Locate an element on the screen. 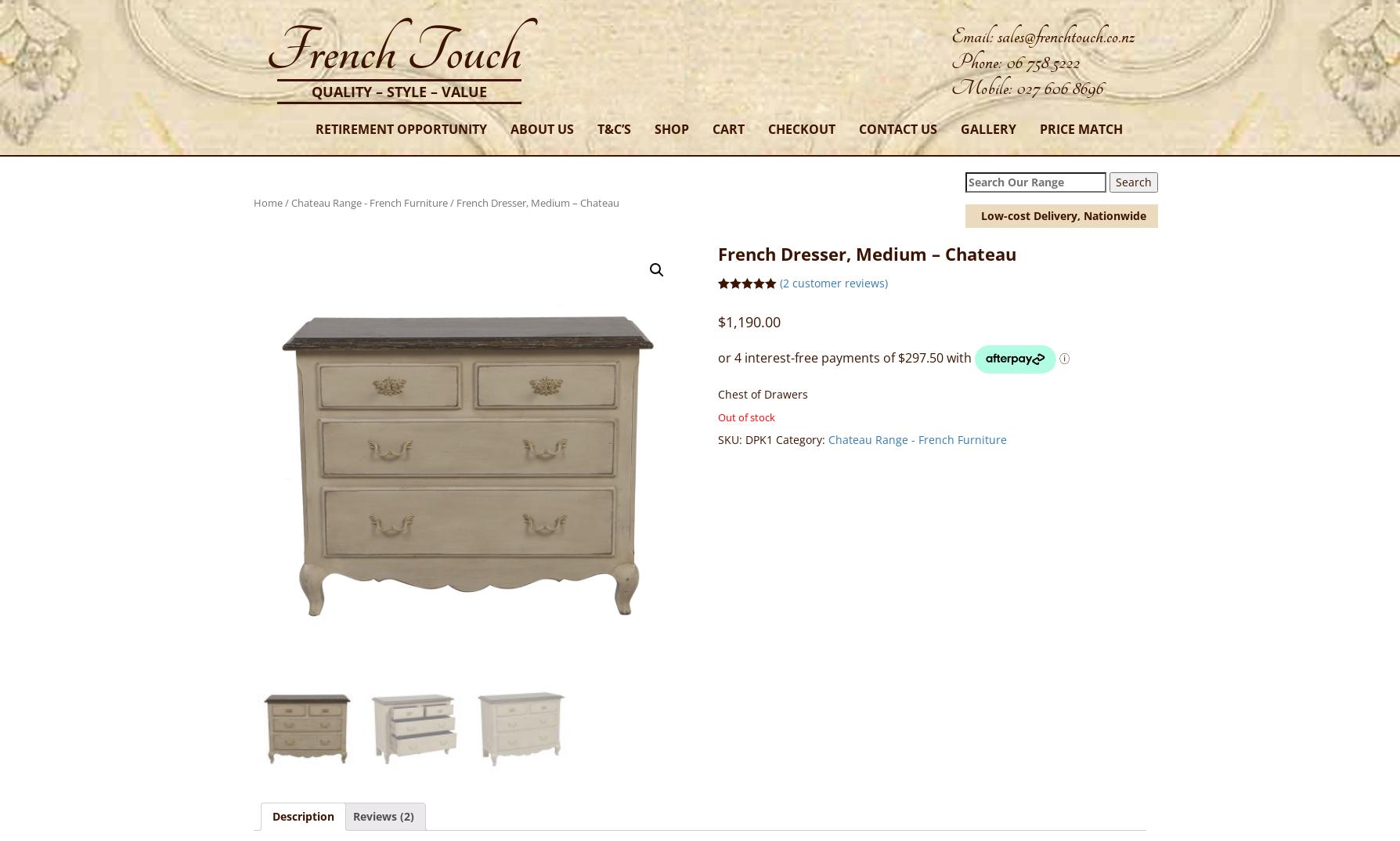 The width and height of the screenshot is (1400, 841). 'T&C’s' is located at coordinates (596, 128).